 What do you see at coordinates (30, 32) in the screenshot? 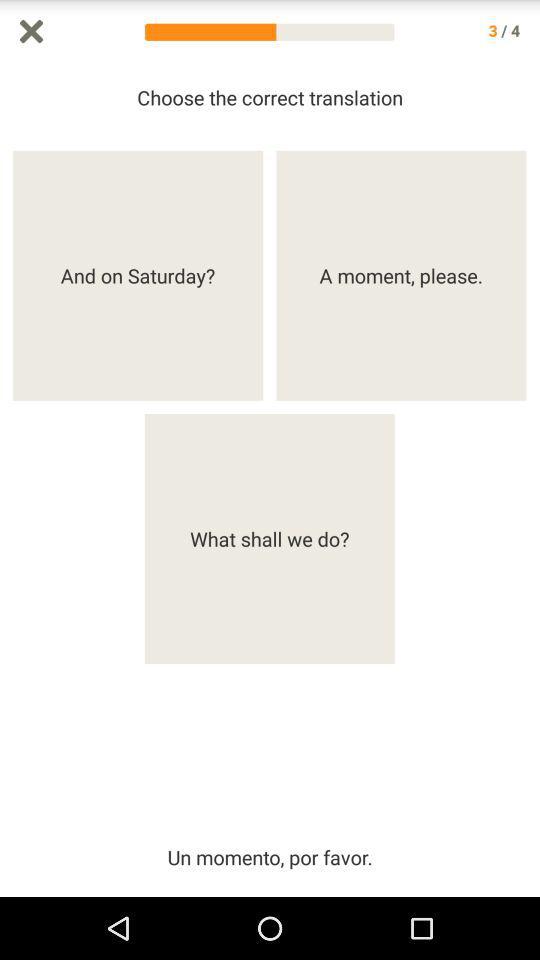
I see `the close icon` at bounding box center [30, 32].